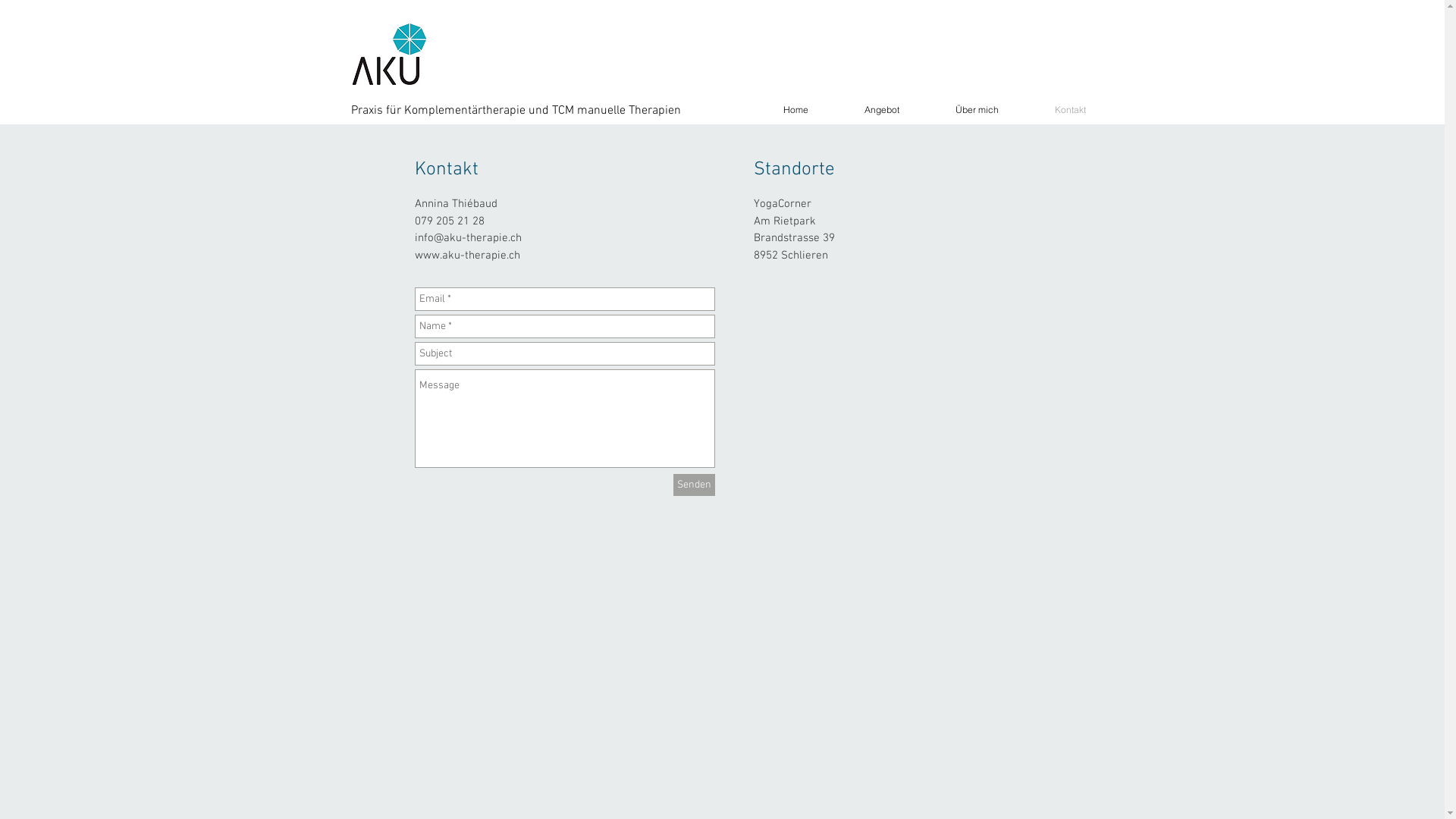 Image resolution: width=1456 pixels, height=819 pixels. I want to click on 'Senden', so click(693, 485).